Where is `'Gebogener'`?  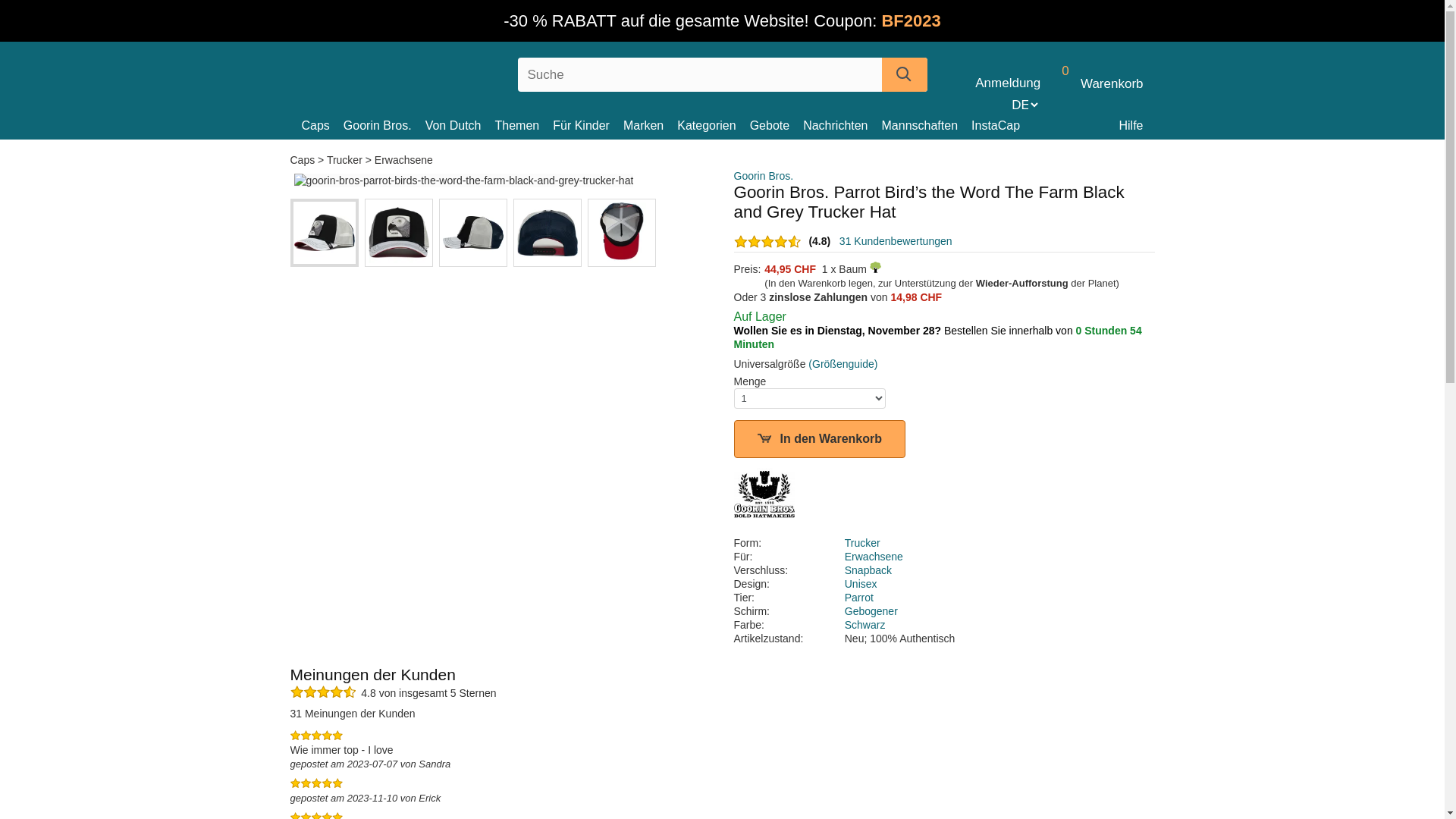 'Gebogener' is located at coordinates (871, 610).